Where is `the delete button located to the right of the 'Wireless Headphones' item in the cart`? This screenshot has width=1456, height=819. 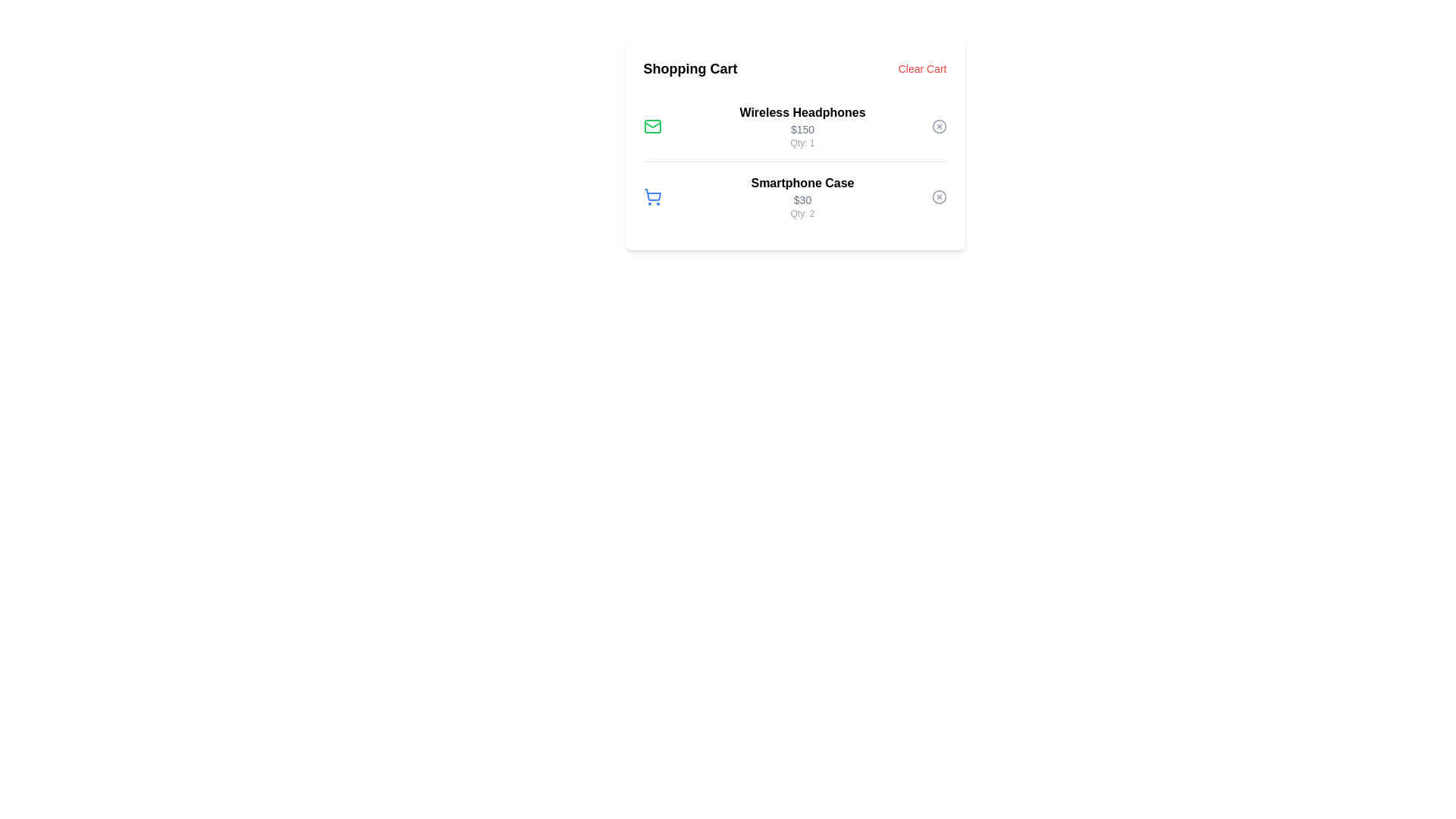
the delete button located to the right of the 'Wireless Headphones' item in the cart is located at coordinates (938, 125).